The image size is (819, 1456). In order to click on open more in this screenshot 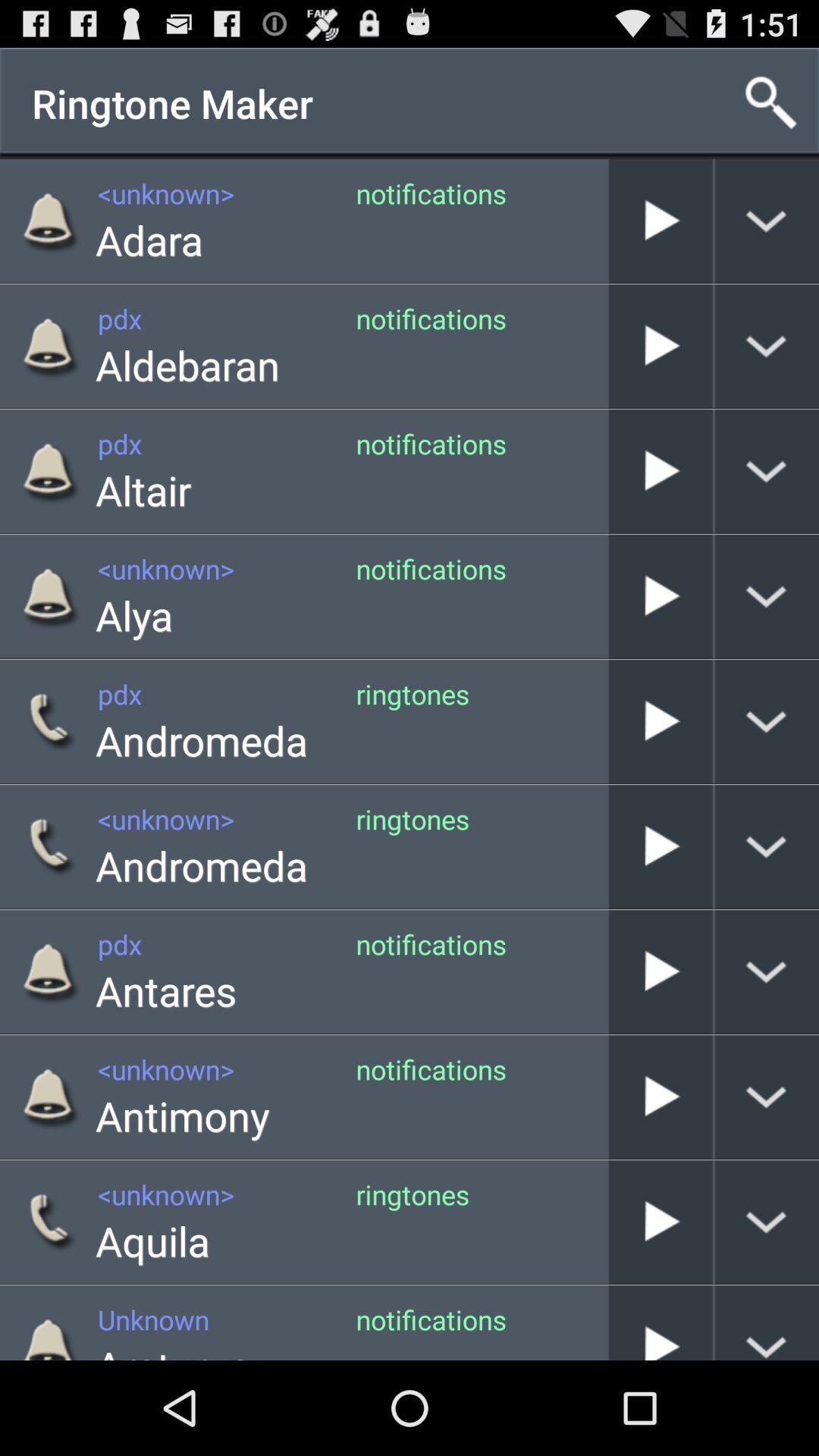, I will do `click(767, 846)`.